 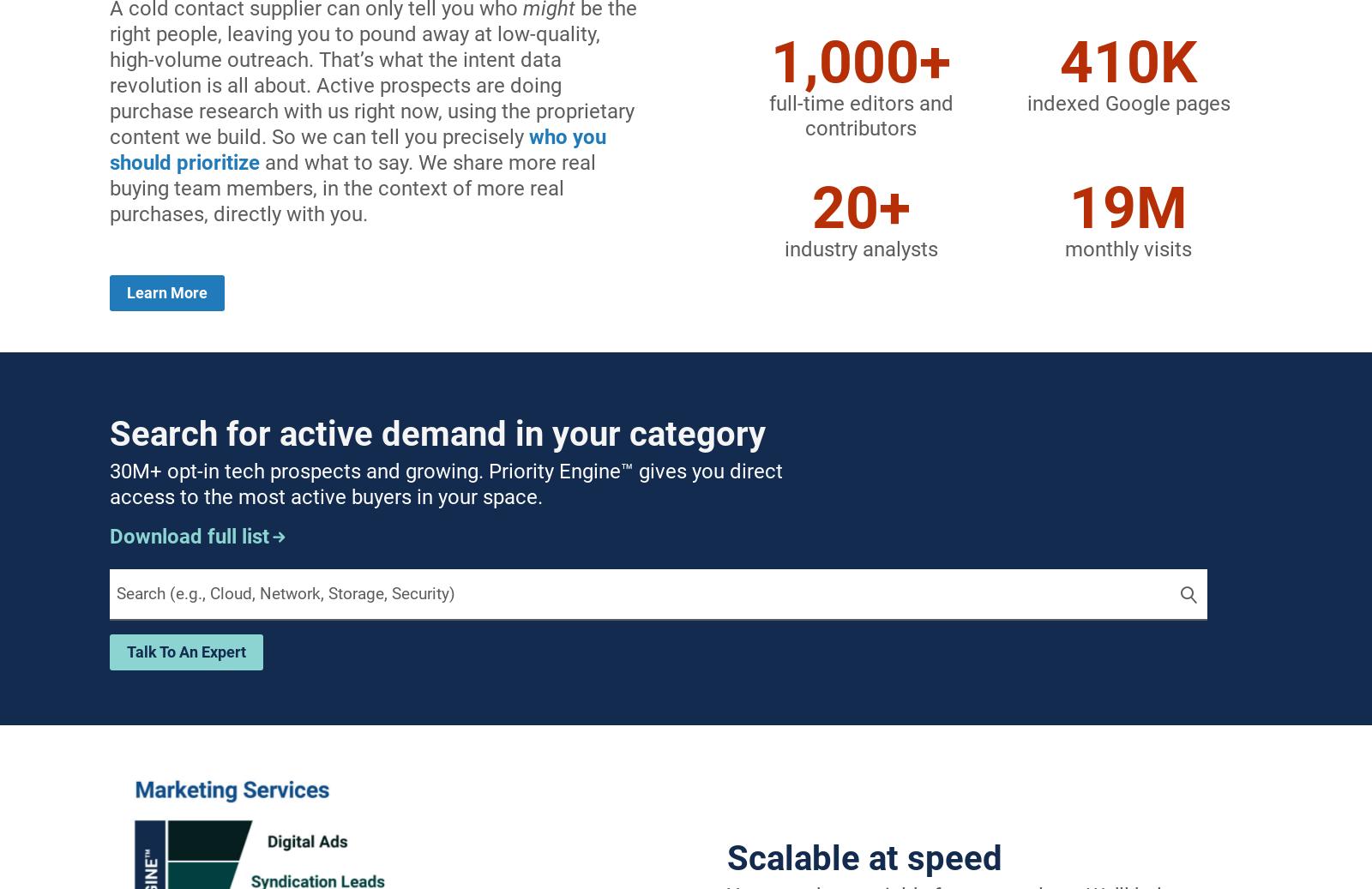 I want to click on '30M+ opt-in tech prospects and growing. Priority Engine™ gives you direct access to the most active buyers in your space.', so click(x=445, y=484).